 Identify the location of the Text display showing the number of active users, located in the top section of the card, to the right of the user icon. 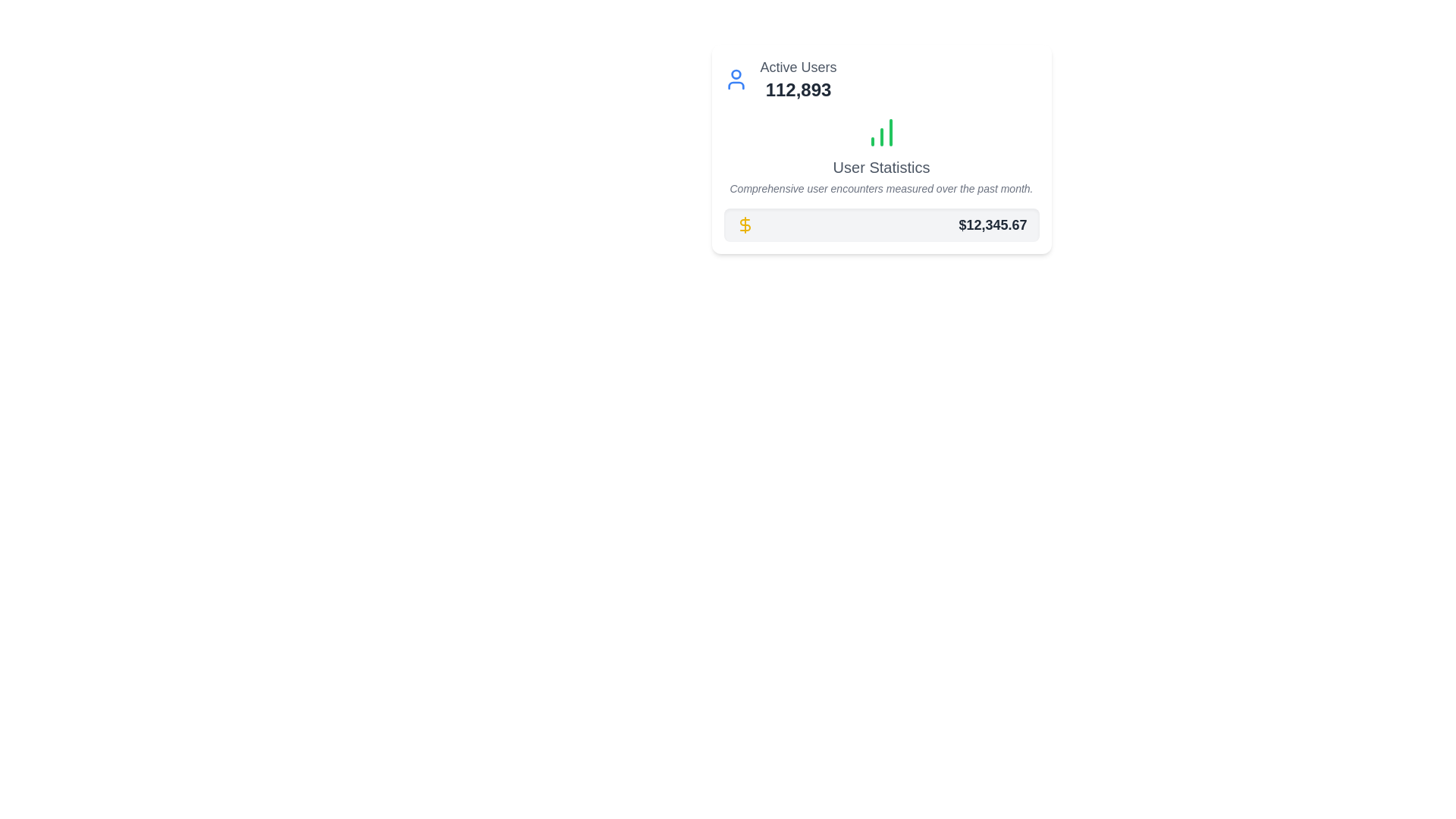
(797, 79).